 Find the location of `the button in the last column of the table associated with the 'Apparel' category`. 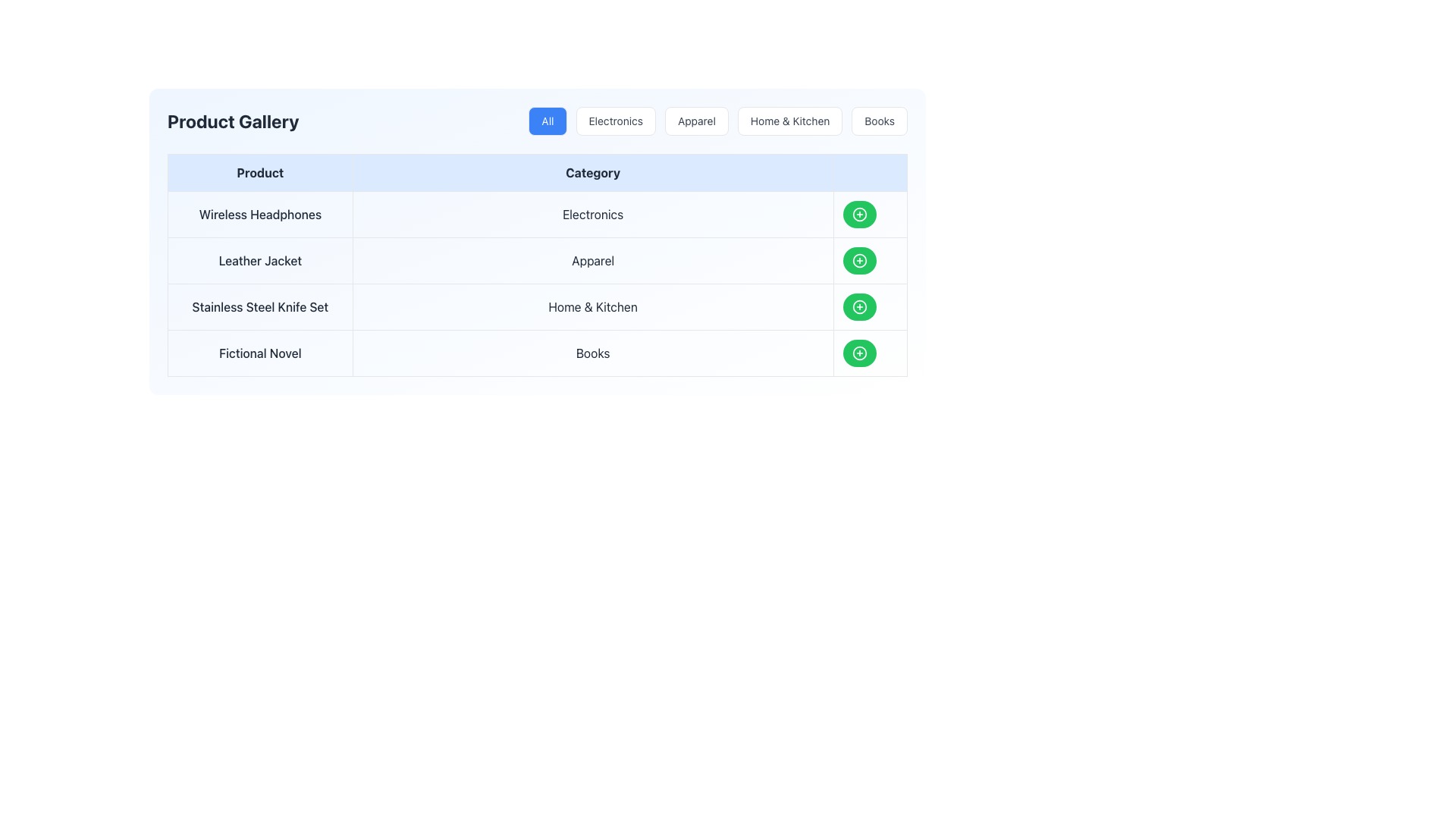

the button in the last column of the table associated with the 'Apparel' category is located at coordinates (859, 259).